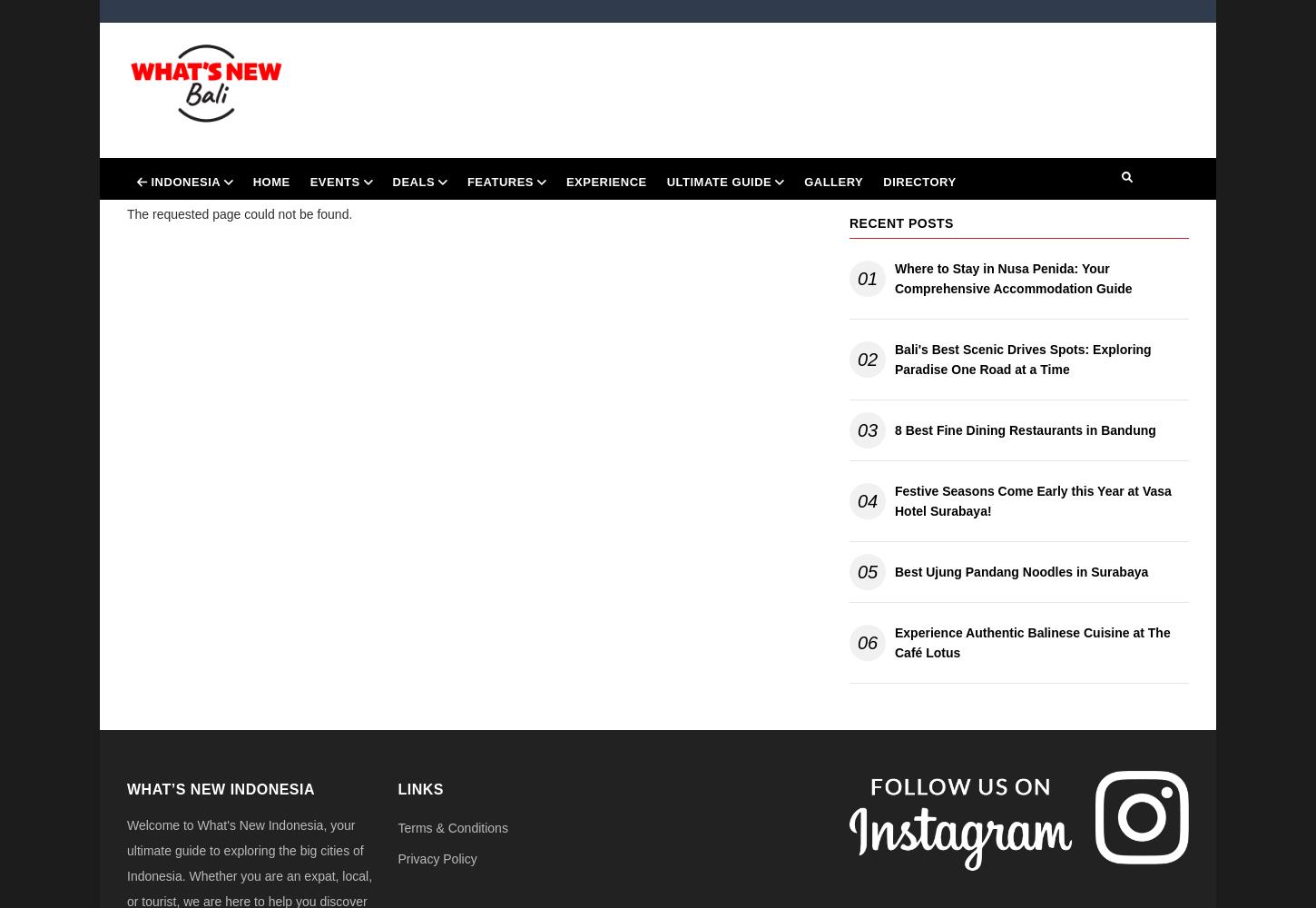 Image resolution: width=1316 pixels, height=908 pixels. I want to click on 'Privacy Policy', so click(436, 858).